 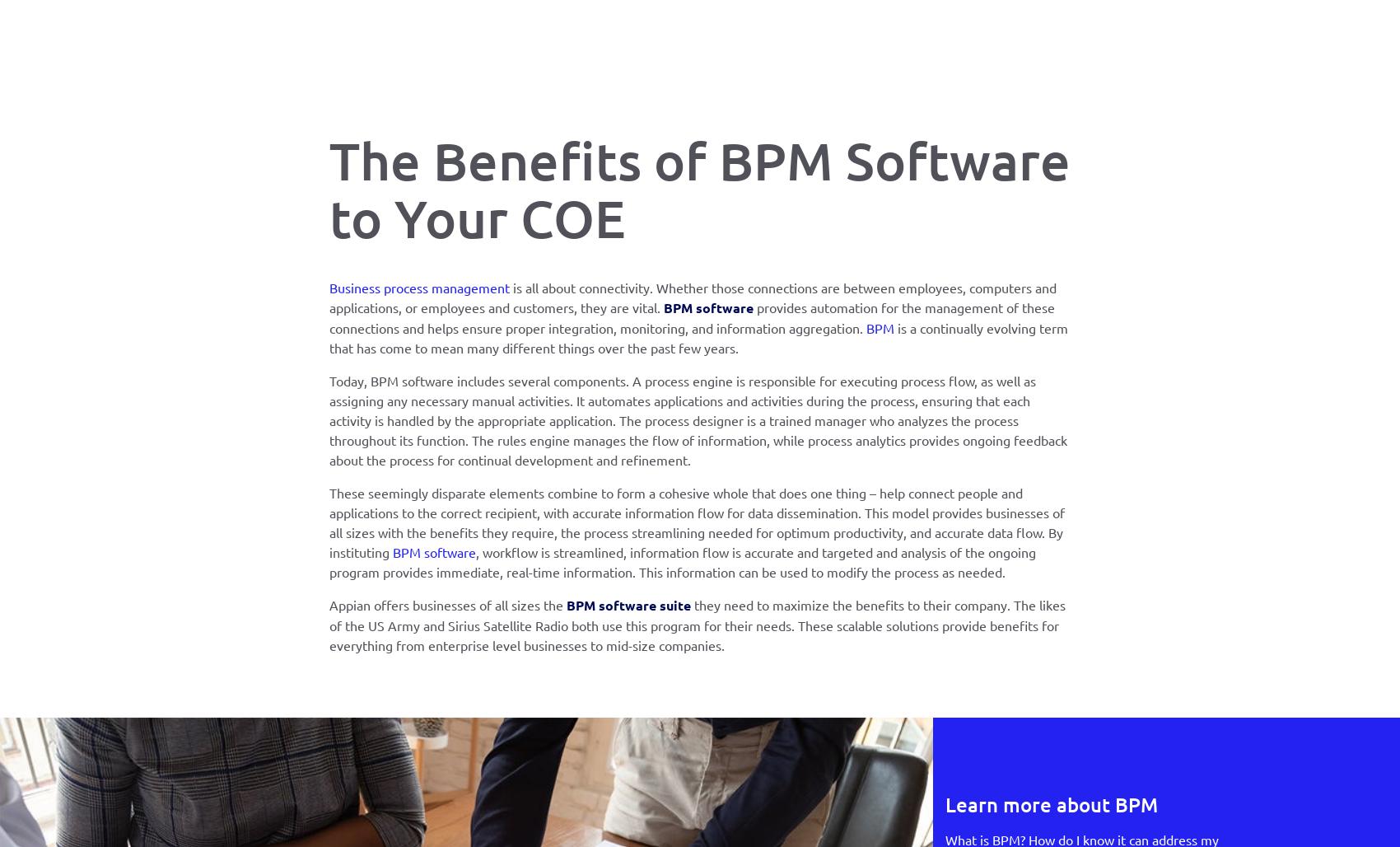 What do you see at coordinates (617, 338) in the screenshot?
I see `'Environmental Policy'` at bounding box center [617, 338].